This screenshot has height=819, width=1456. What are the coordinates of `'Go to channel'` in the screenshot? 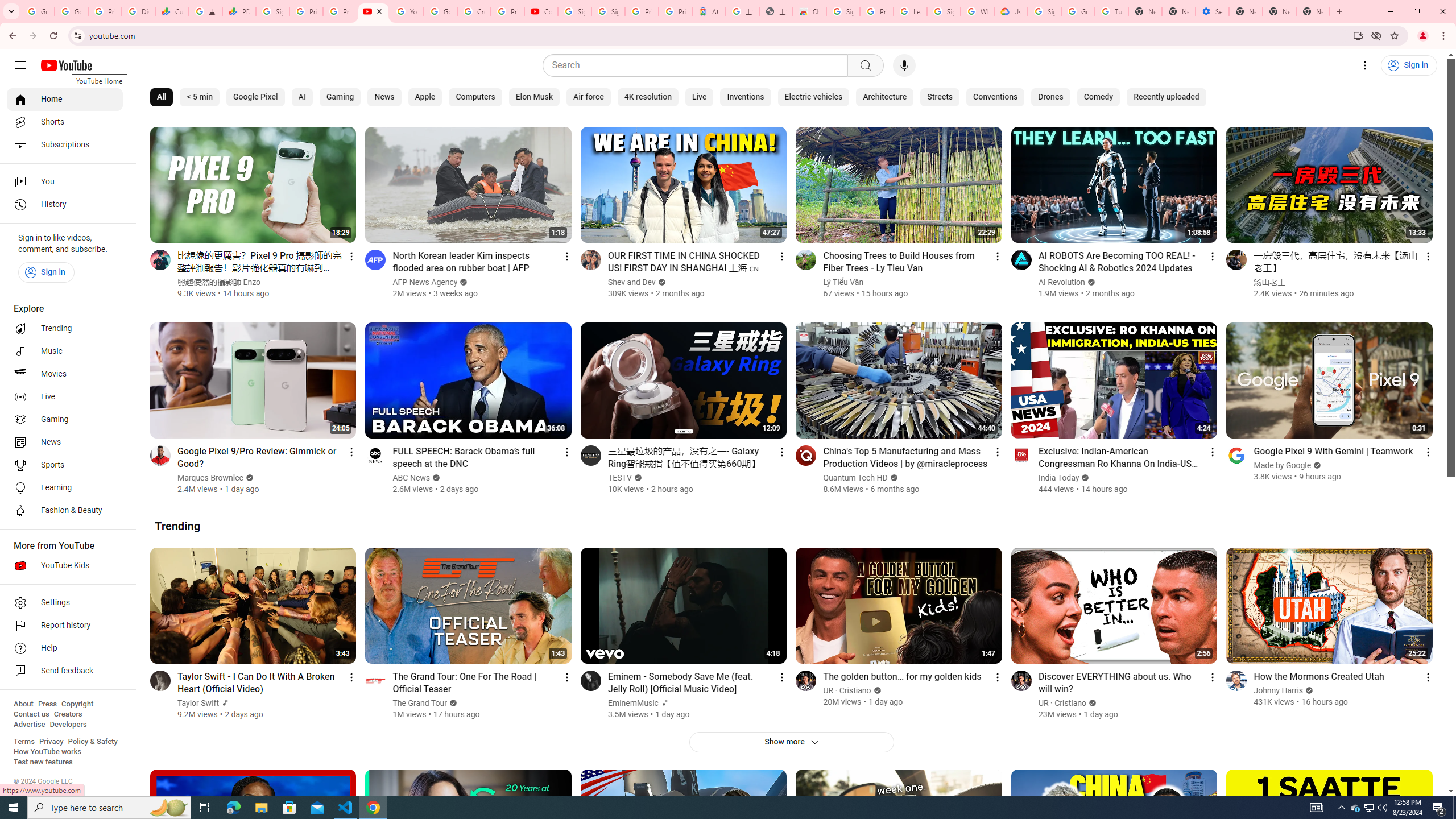 It's located at (1236, 680).